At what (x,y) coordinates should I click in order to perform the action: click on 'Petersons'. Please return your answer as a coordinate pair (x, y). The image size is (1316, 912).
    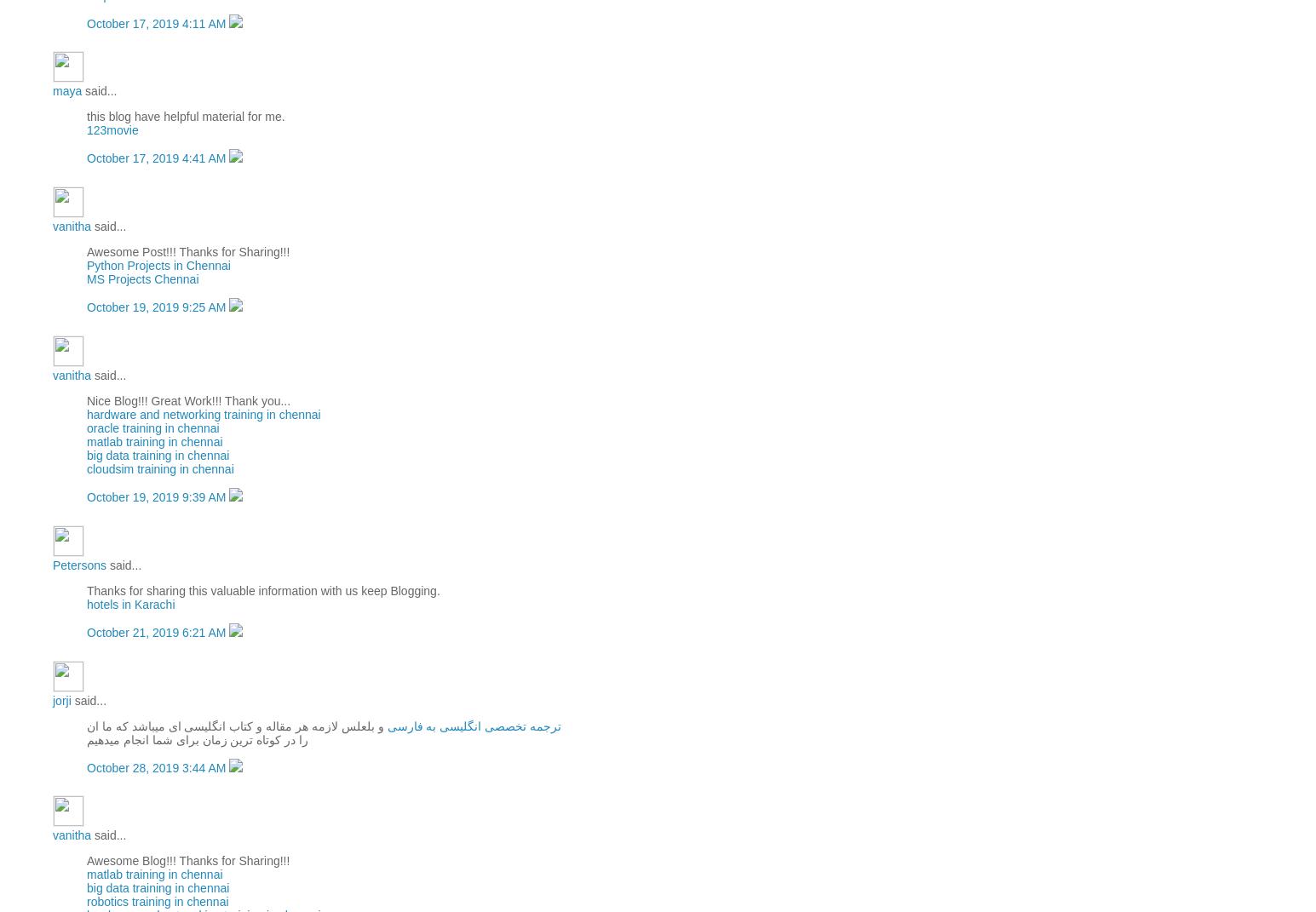
    Looking at the image, I should click on (78, 563).